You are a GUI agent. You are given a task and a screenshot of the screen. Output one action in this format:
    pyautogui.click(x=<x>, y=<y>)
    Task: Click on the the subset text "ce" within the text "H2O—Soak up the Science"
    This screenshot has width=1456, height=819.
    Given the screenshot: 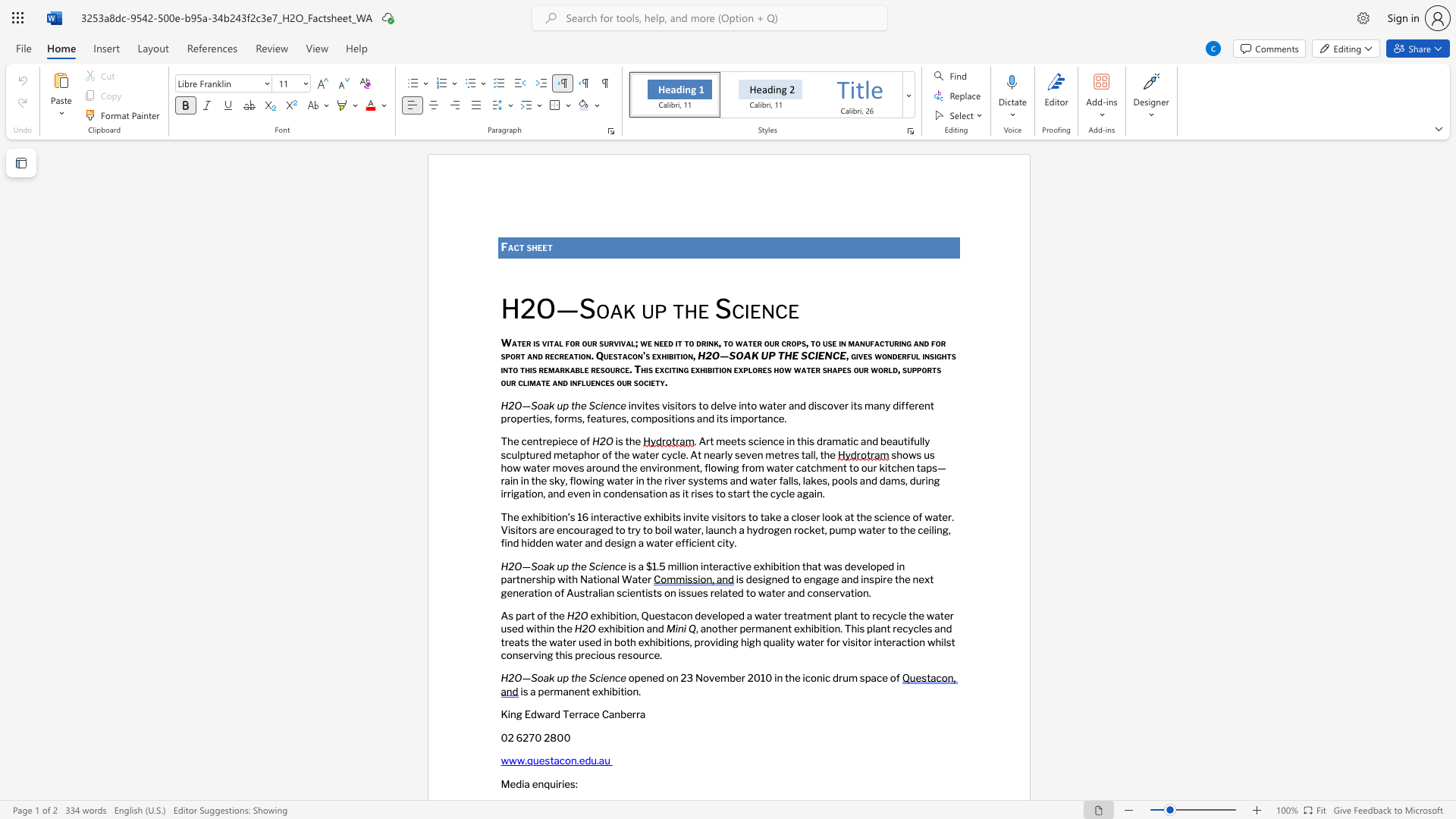 What is the action you would take?
    pyautogui.click(x=775, y=308)
    